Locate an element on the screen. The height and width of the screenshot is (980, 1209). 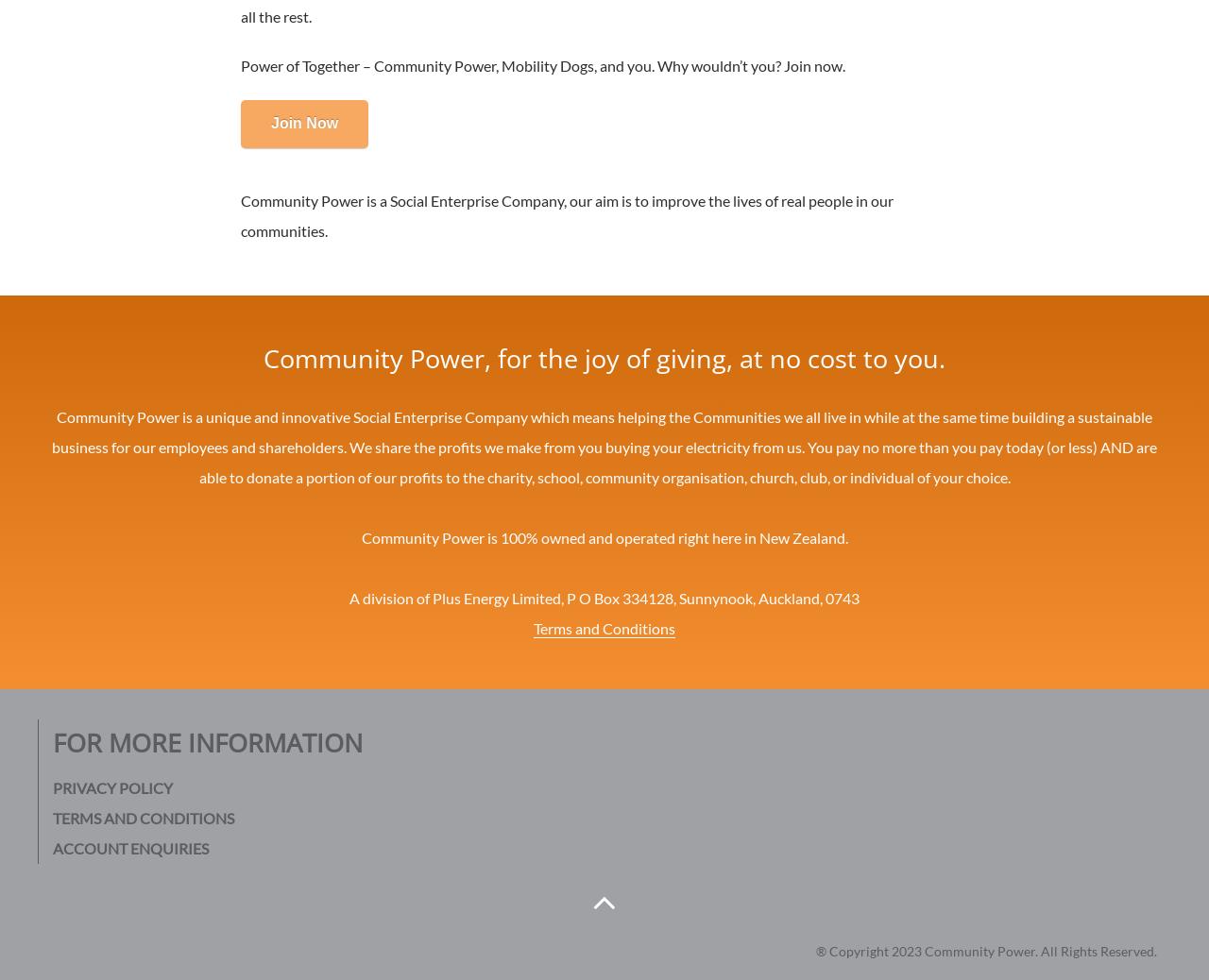
'Power of Together – Community Power, Mobility Dogs, and you. Why wouldn’t you? Join now.' is located at coordinates (541, 64).